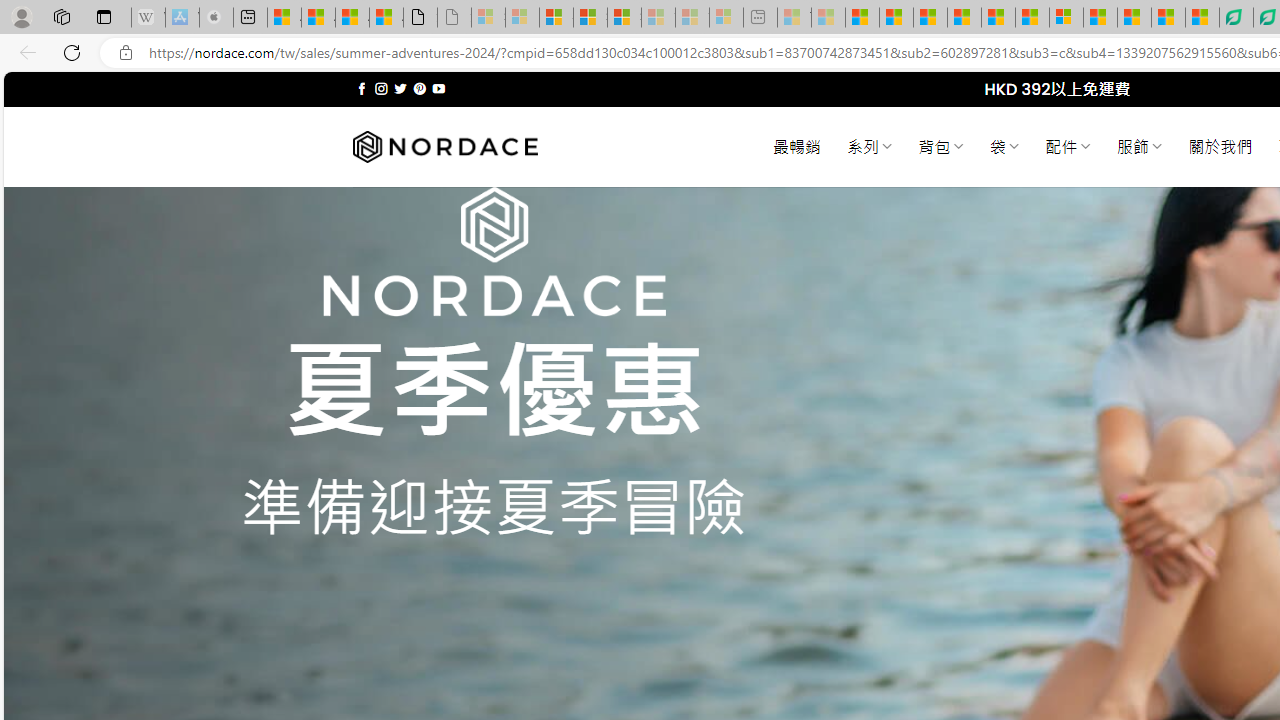 This screenshot has width=1280, height=720. Describe the element at coordinates (362, 88) in the screenshot. I see `'Follow on Facebook'` at that location.